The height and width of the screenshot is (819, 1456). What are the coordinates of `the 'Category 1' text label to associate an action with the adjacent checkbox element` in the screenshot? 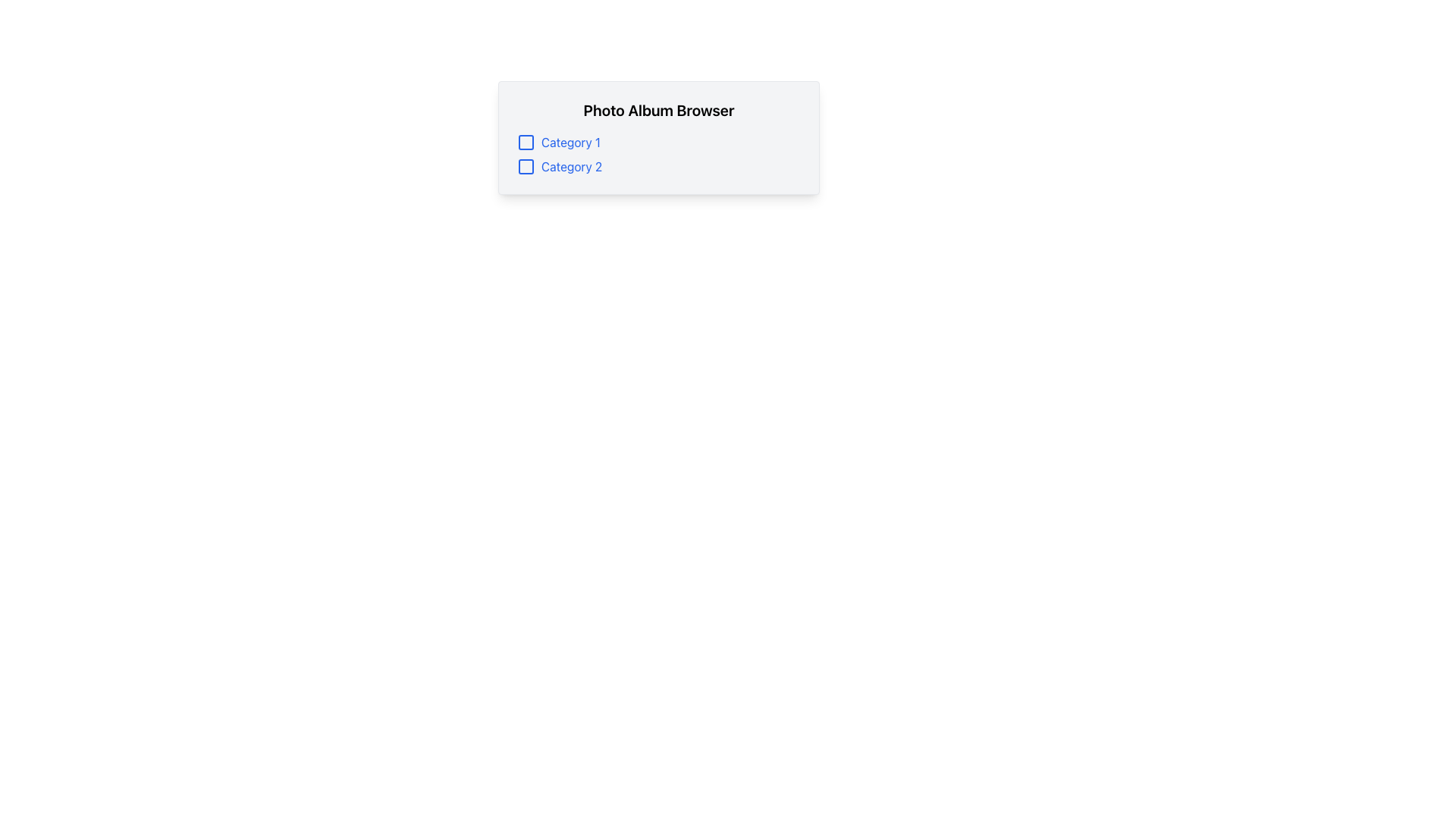 It's located at (570, 143).